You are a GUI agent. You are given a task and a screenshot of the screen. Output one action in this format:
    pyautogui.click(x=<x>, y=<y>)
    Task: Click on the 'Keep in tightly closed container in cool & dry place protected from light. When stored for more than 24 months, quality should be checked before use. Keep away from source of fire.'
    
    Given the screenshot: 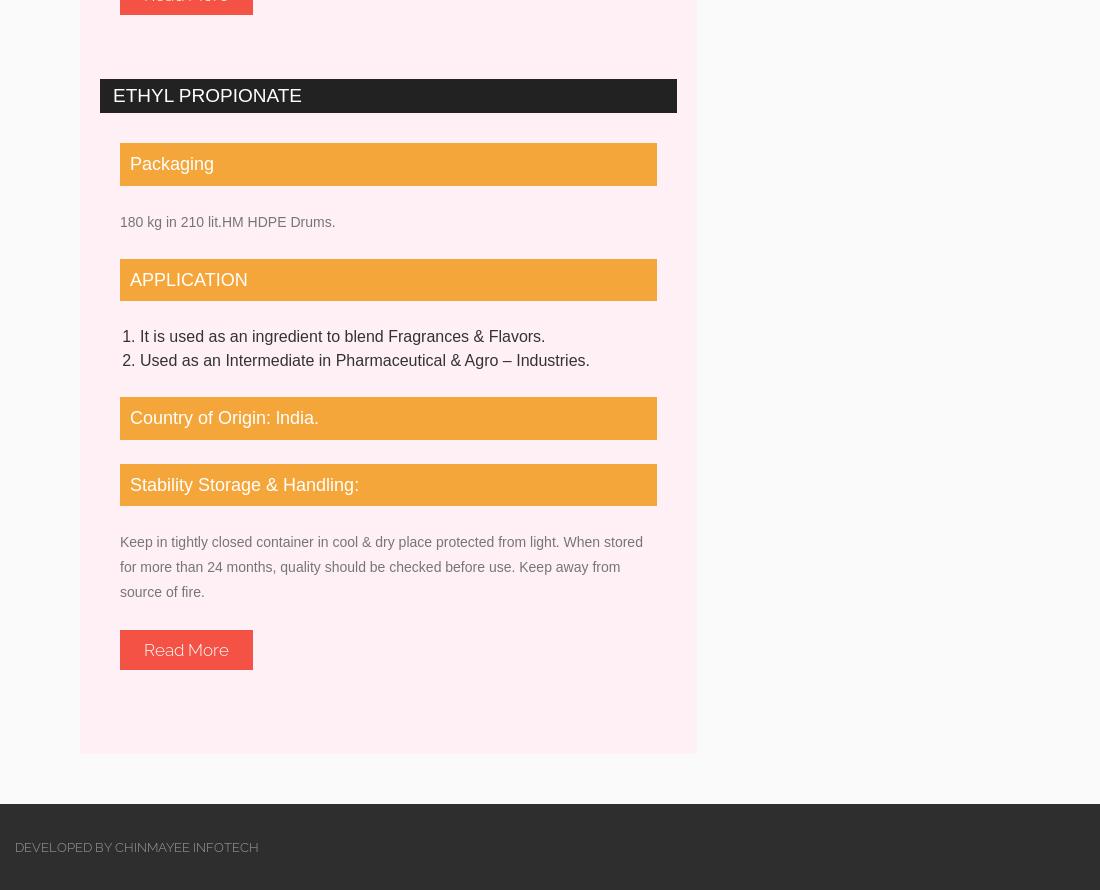 What is the action you would take?
    pyautogui.click(x=381, y=566)
    